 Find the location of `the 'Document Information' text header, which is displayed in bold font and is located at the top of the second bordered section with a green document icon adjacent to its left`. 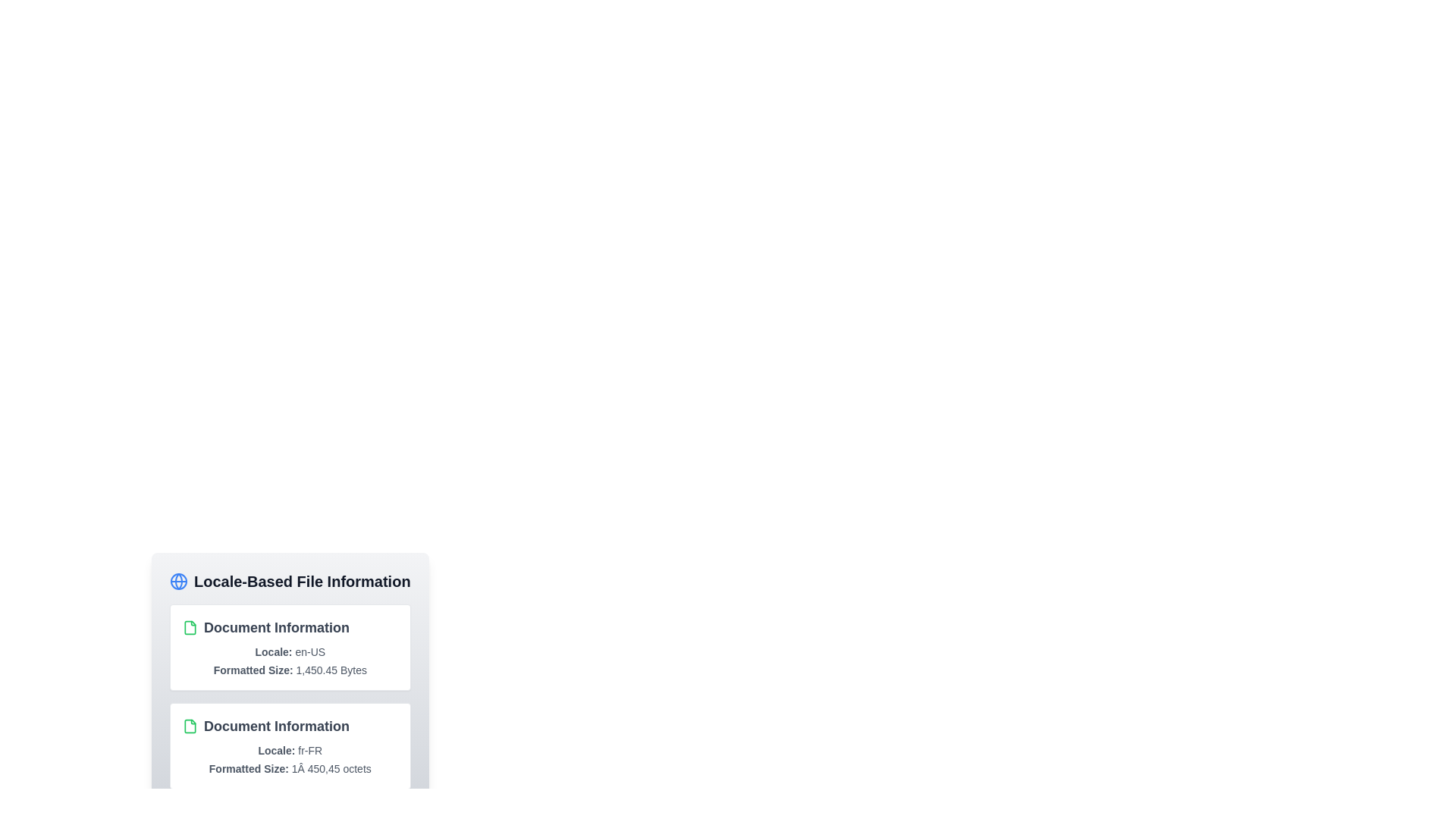

the 'Document Information' text header, which is displayed in bold font and is located at the top of the second bordered section with a green document icon adjacent to its left is located at coordinates (290, 725).